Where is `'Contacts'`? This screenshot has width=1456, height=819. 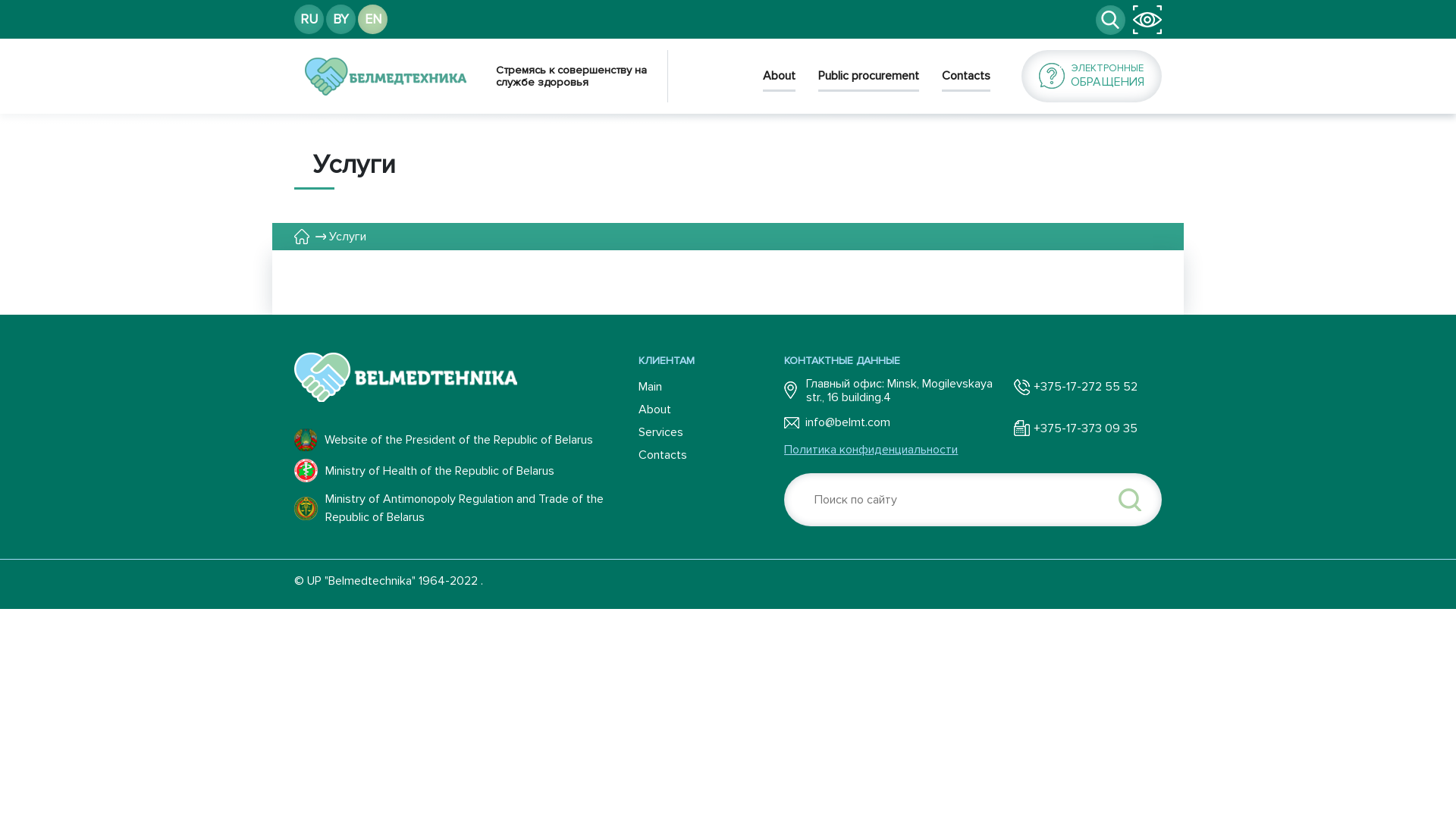 'Contacts' is located at coordinates (710, 454).